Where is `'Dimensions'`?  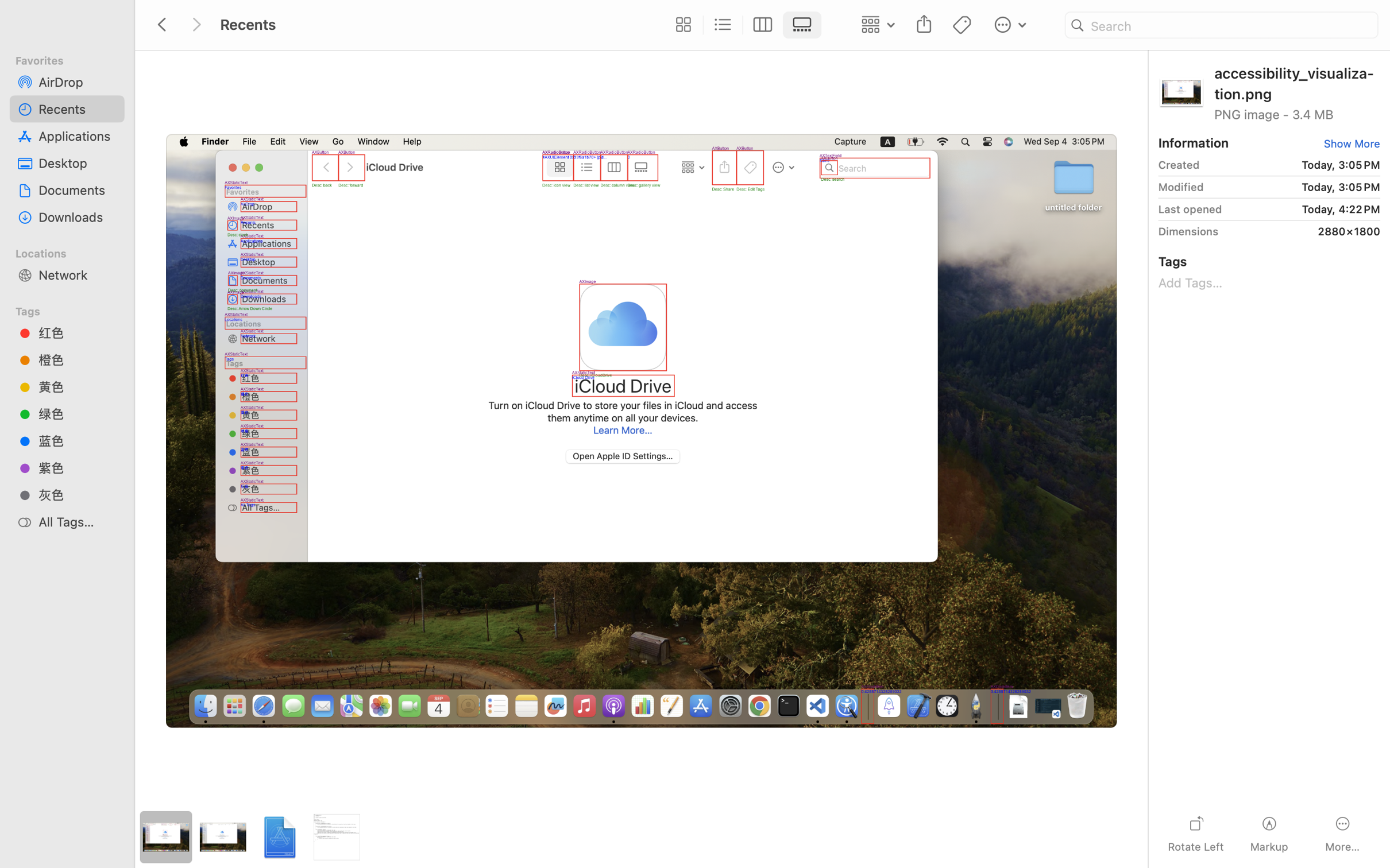
'Dimensions' is located at coordinates (1188, 231).